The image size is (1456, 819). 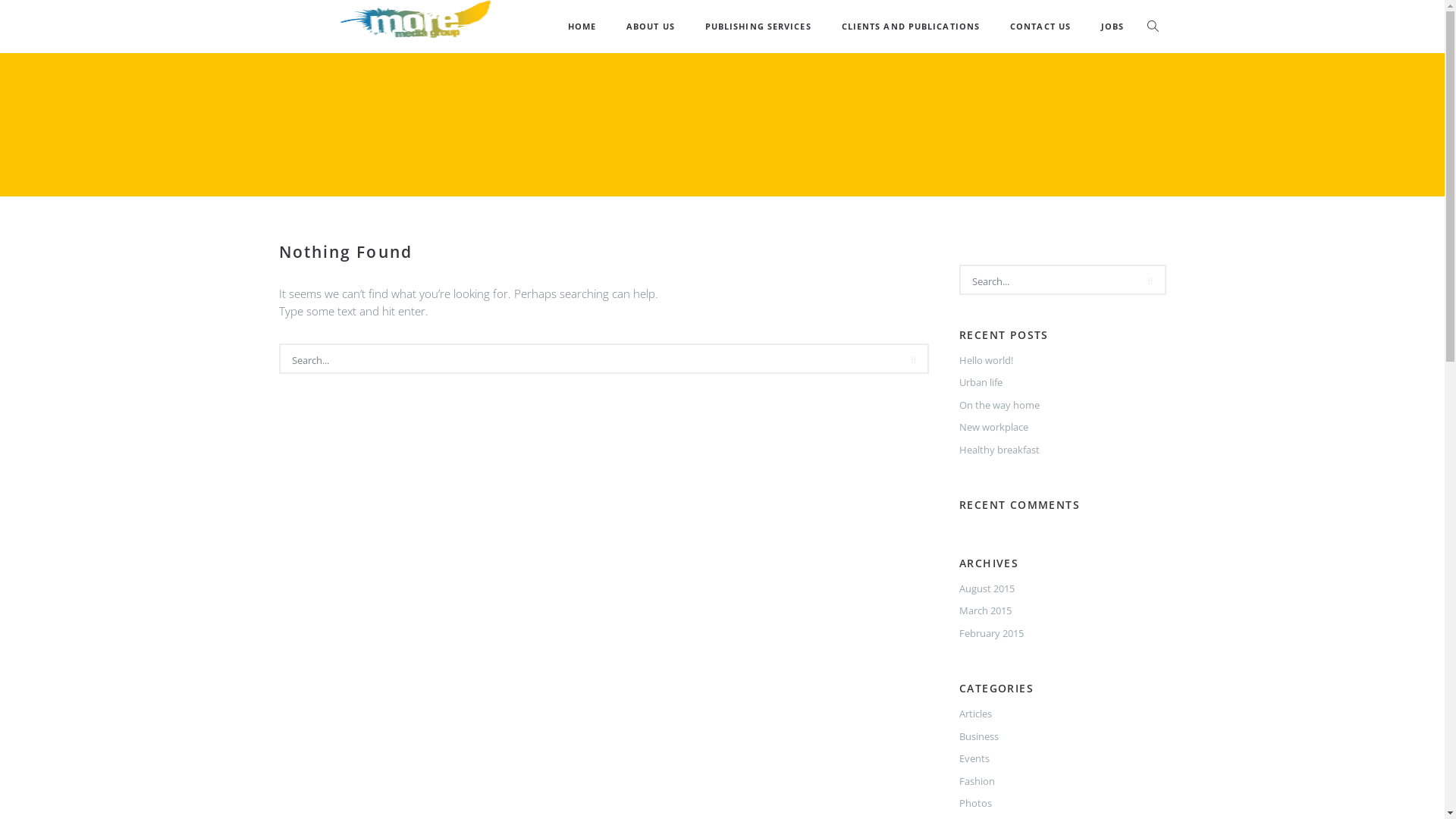 What do you see at coordinates (974, 758) in the screenshot?
I see `'Events'` at bounding box center [974, 758].